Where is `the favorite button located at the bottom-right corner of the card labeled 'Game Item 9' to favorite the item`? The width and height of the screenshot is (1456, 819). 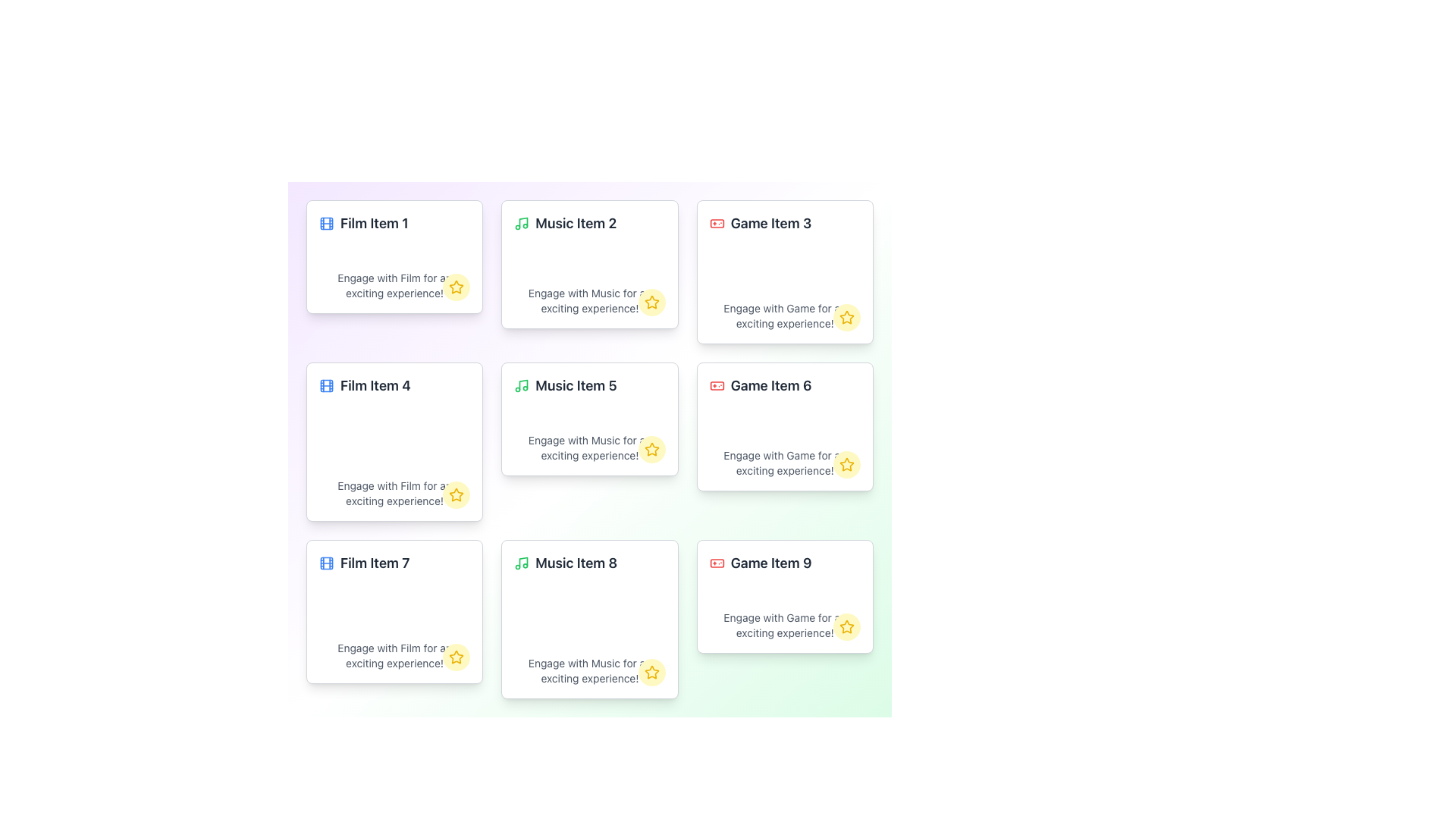
the favorite button located at the bottom-right corner of the card labeled 'Game Item 9' to favorite the item is located at coordinates (846, 626).